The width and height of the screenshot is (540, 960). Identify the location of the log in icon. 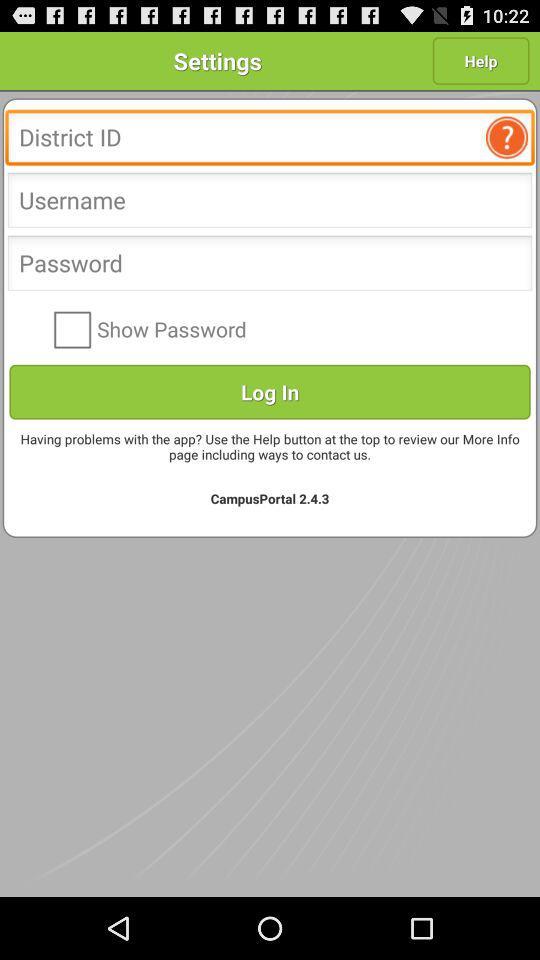
(270, 390).